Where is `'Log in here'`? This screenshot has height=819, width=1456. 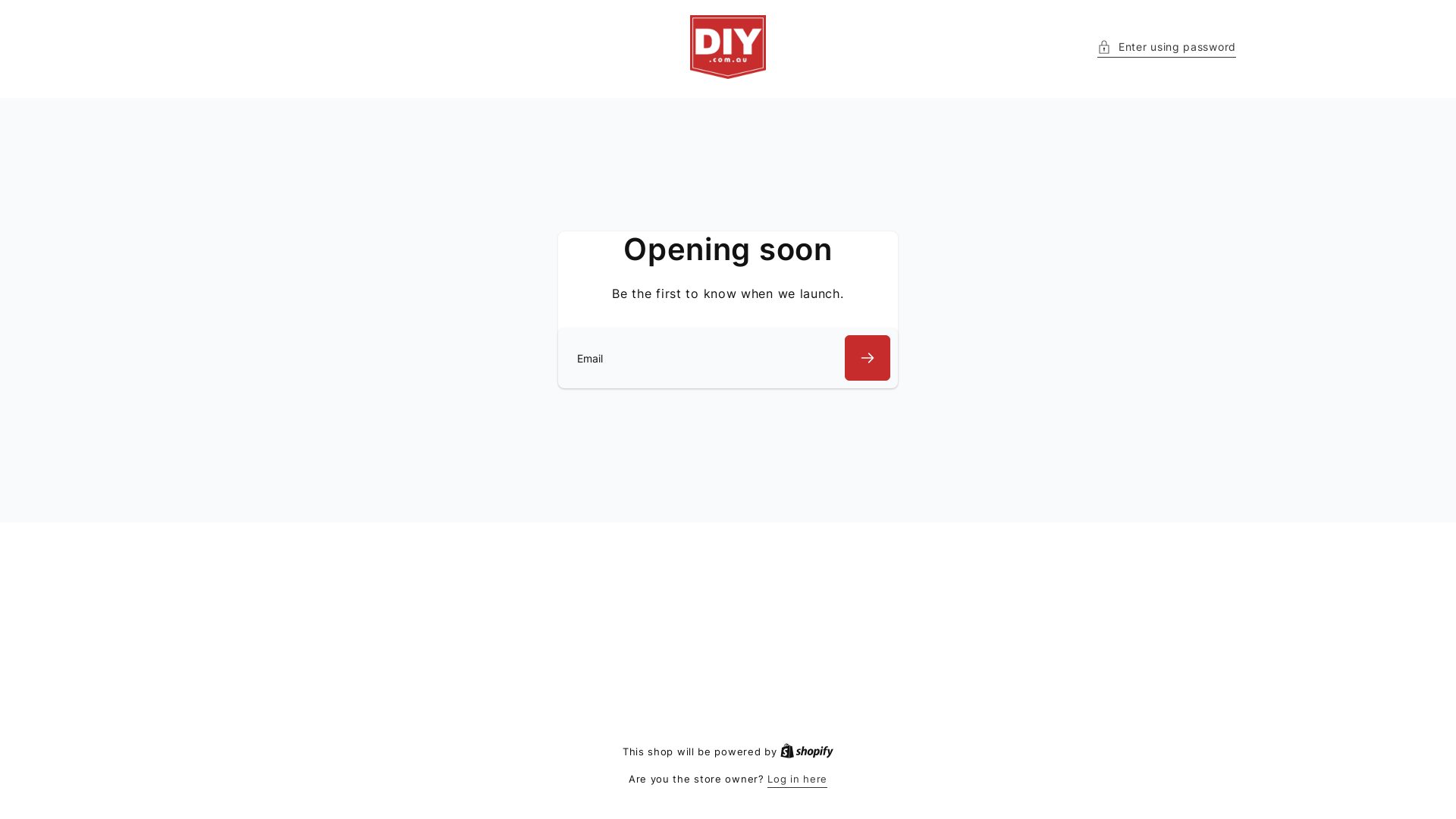 'Log in here' is located at coordinates (767, 780).